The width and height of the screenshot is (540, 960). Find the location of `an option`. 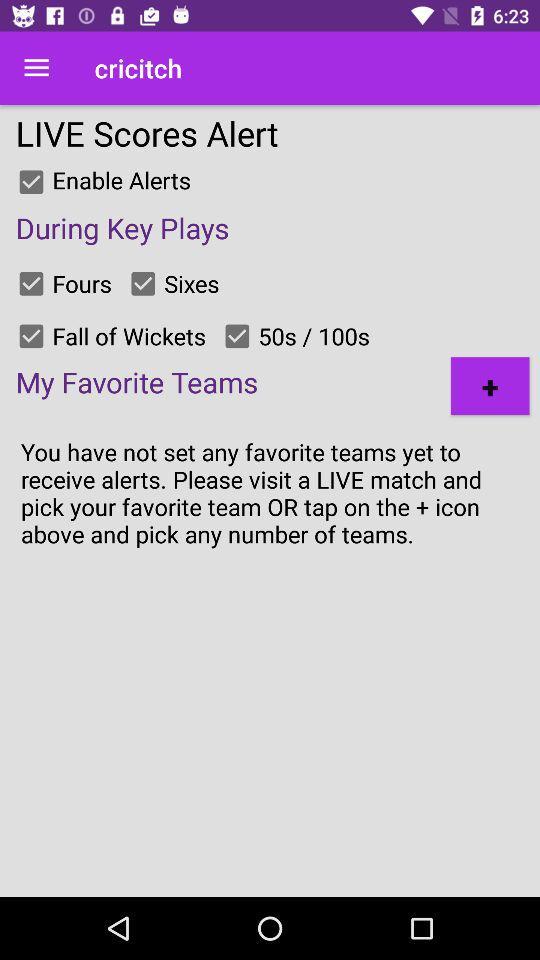

an option is located at coordinates (30, 282).